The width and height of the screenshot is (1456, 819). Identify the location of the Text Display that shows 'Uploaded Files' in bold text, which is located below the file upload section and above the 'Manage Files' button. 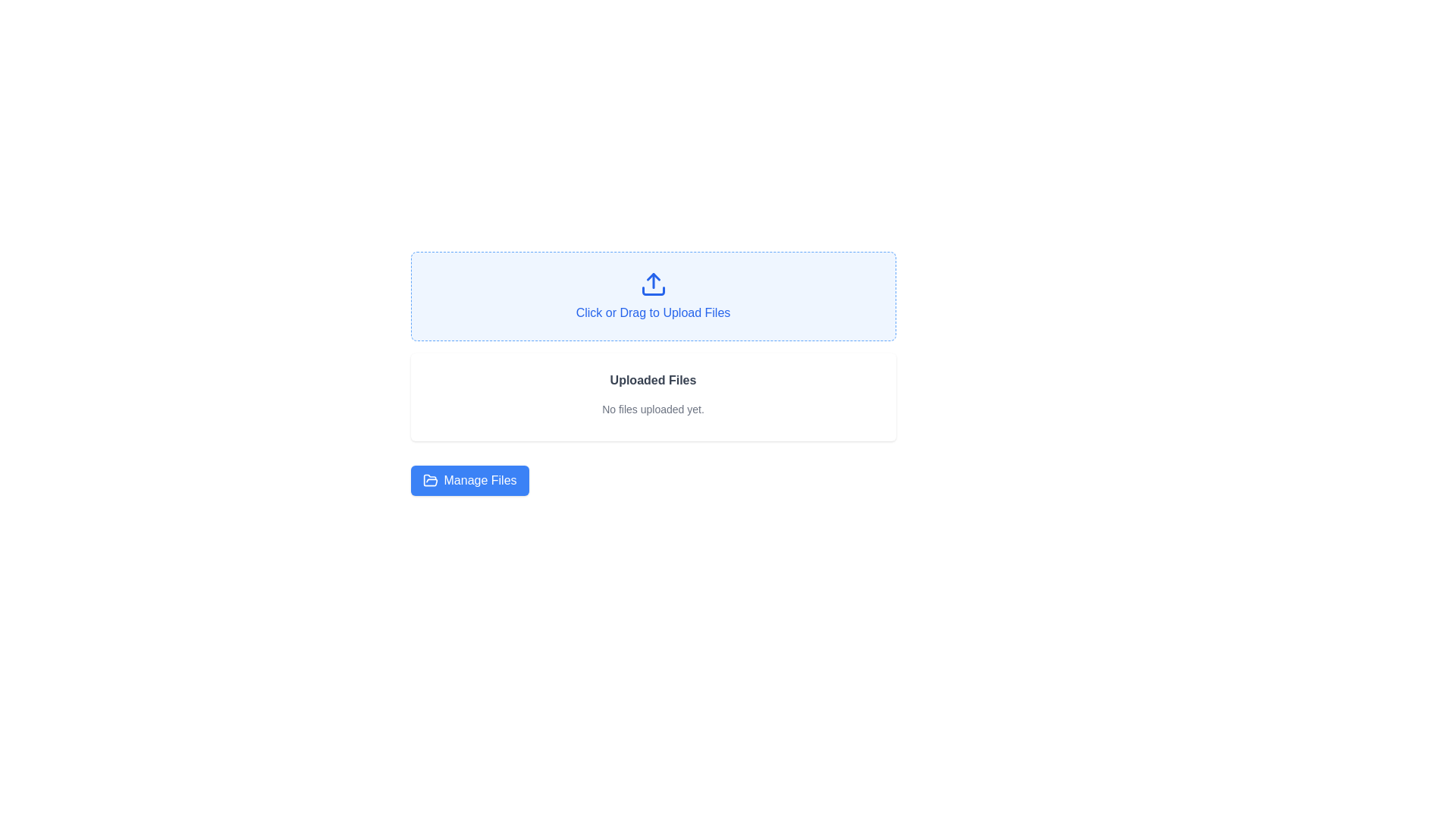
(653, 379).